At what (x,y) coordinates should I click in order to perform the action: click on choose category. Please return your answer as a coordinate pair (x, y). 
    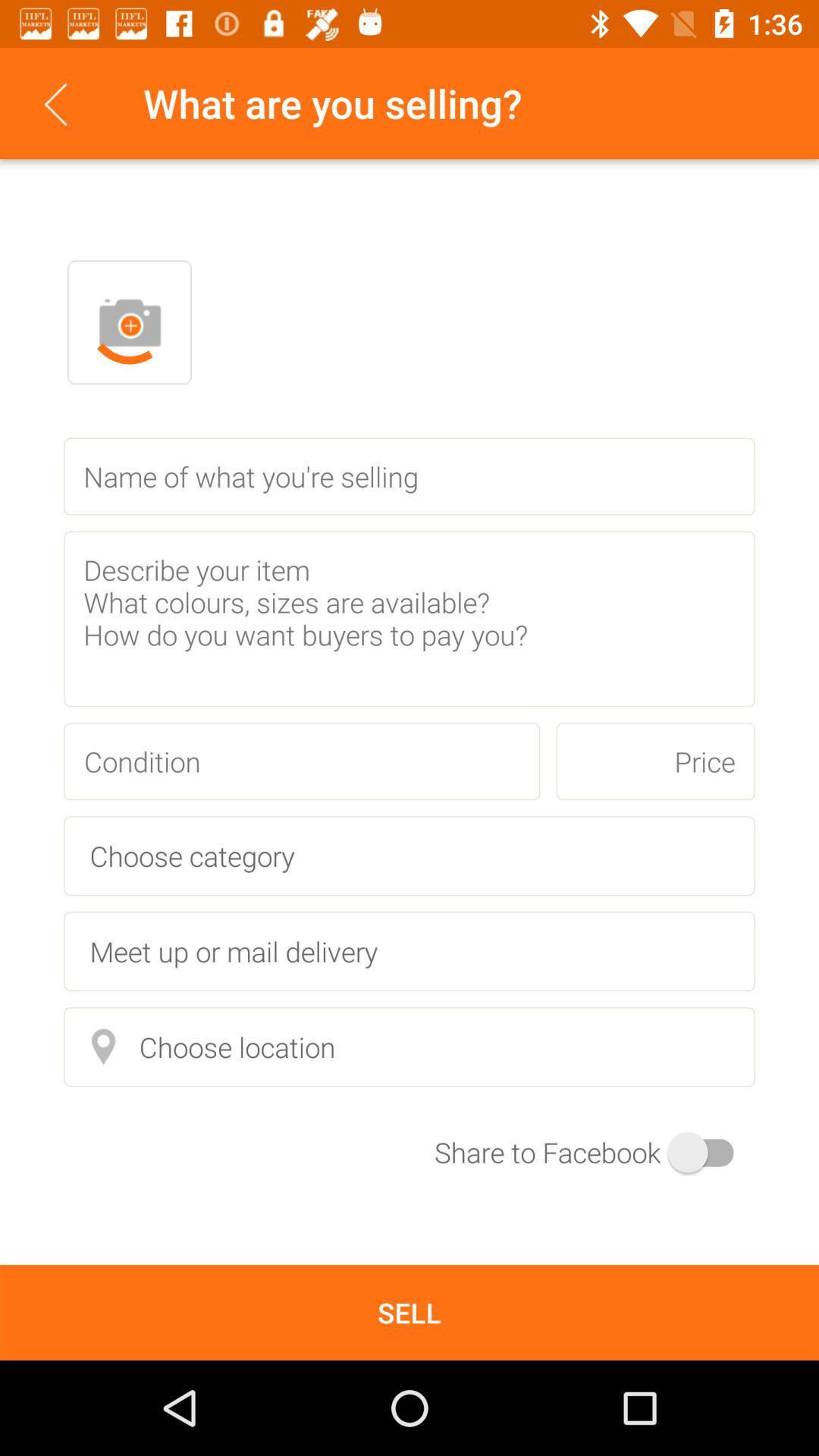
    Looking at the image, I should click on (409, 855).